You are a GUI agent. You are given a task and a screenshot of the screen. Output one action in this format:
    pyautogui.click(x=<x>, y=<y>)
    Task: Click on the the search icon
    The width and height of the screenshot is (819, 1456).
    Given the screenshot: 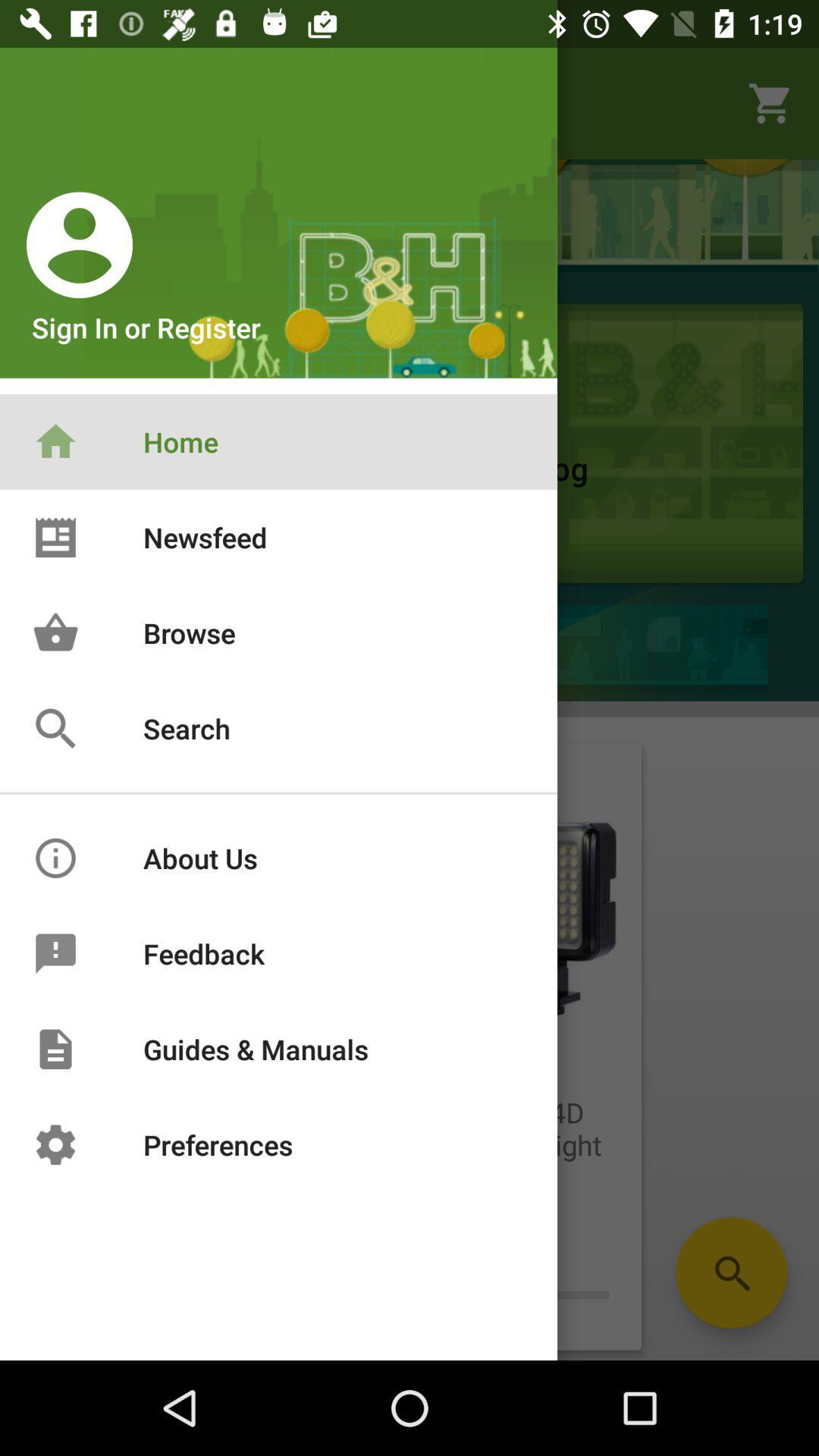 What is the action you would take?
    pyautogui.click(x=730, y=1272)
    